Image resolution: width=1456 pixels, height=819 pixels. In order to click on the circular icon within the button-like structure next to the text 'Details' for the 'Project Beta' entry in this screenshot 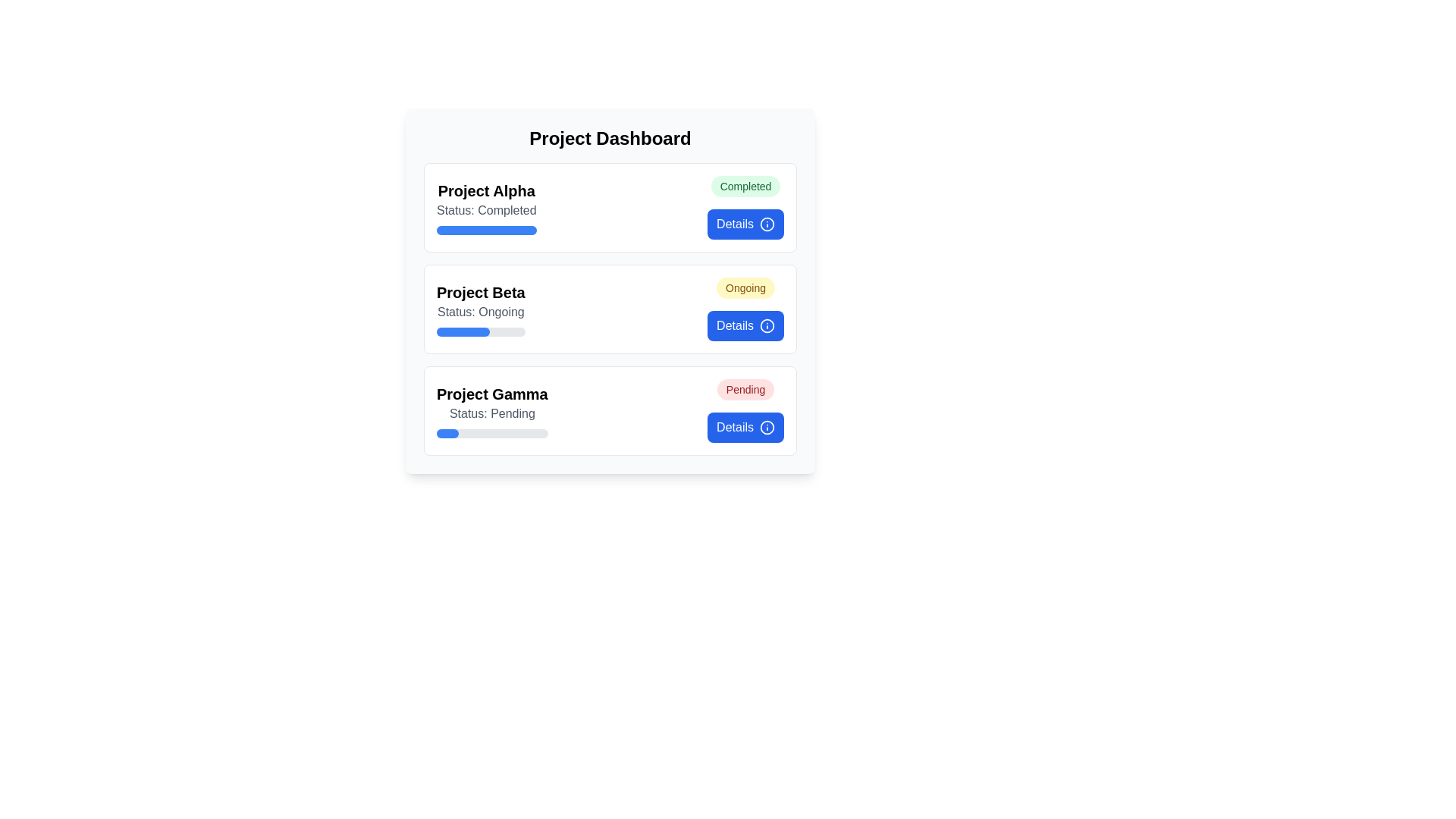, I will do `click(767, 325)`.